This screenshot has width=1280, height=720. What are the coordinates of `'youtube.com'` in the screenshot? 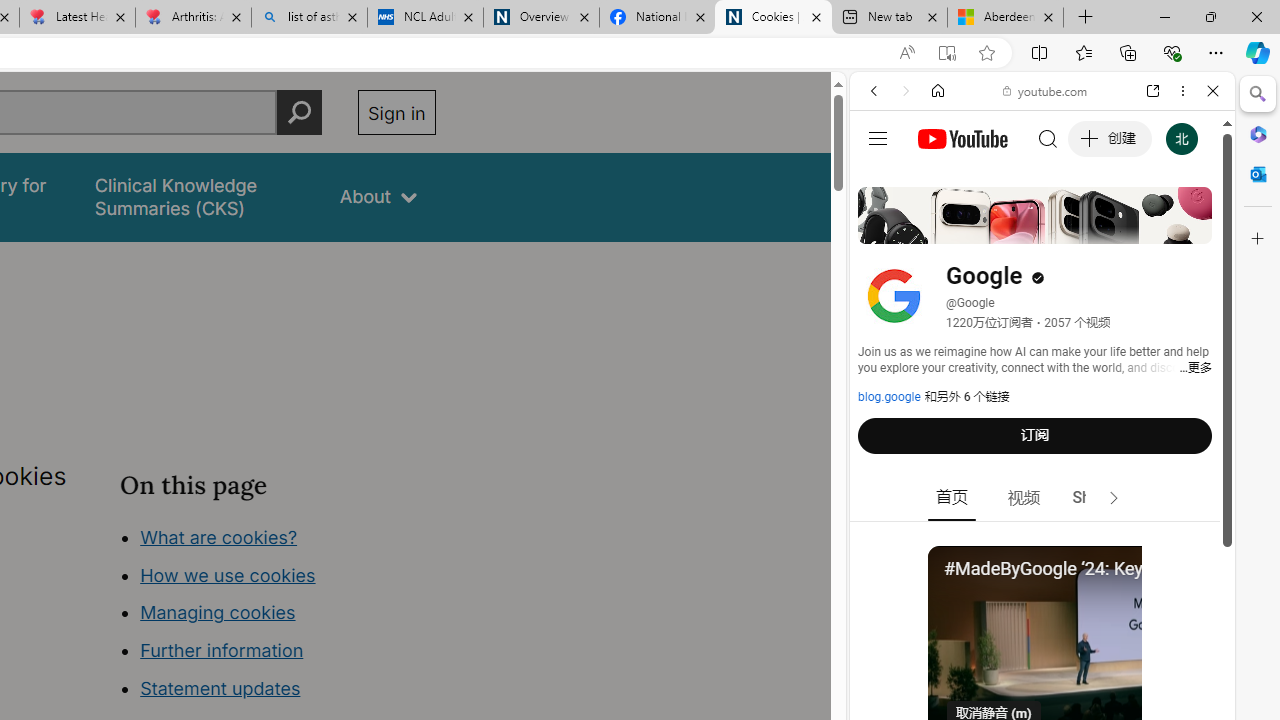 It's located at (1045, 91).